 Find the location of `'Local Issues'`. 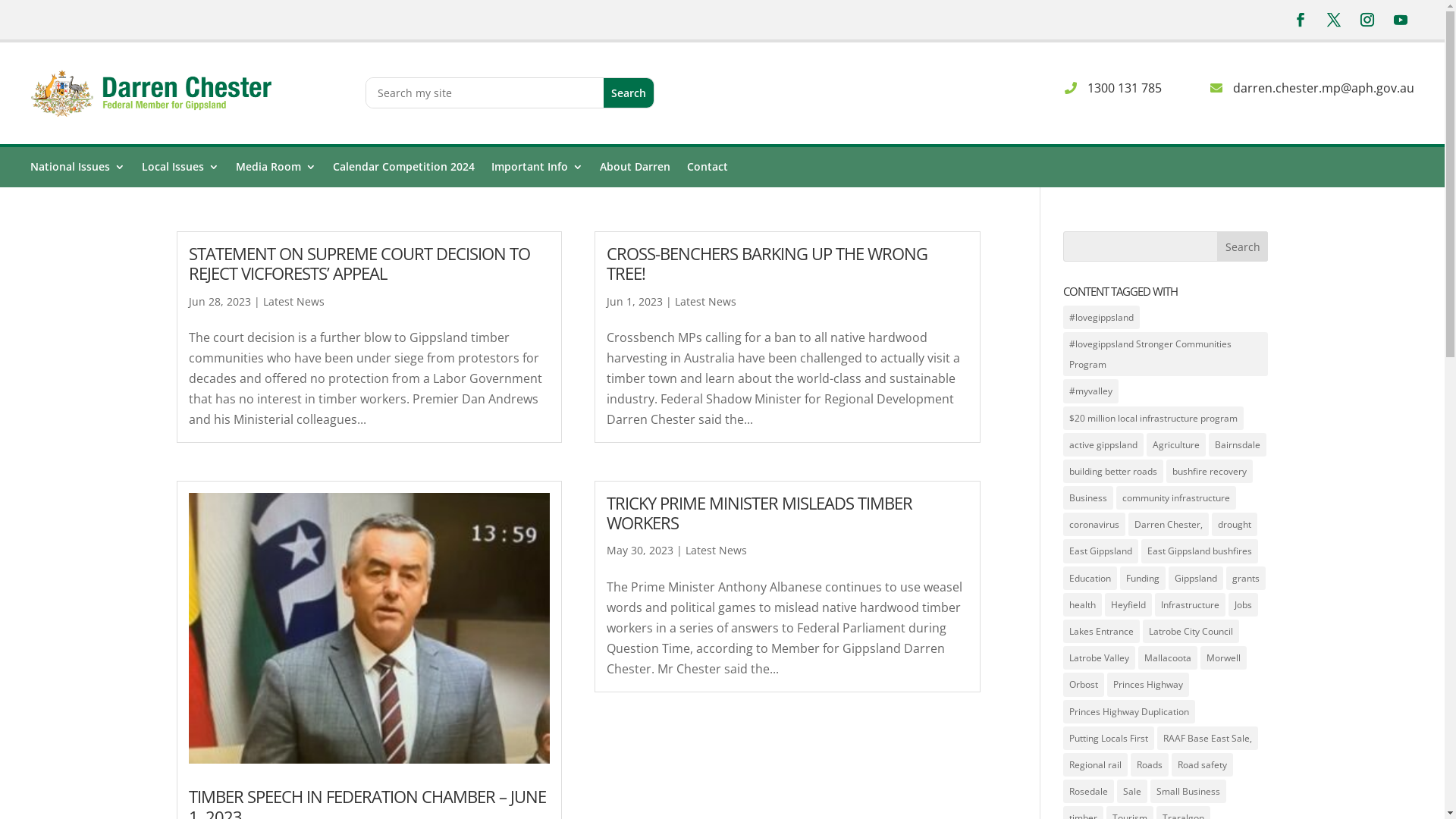

'Local Issues' is located at coordinates (180, 169).